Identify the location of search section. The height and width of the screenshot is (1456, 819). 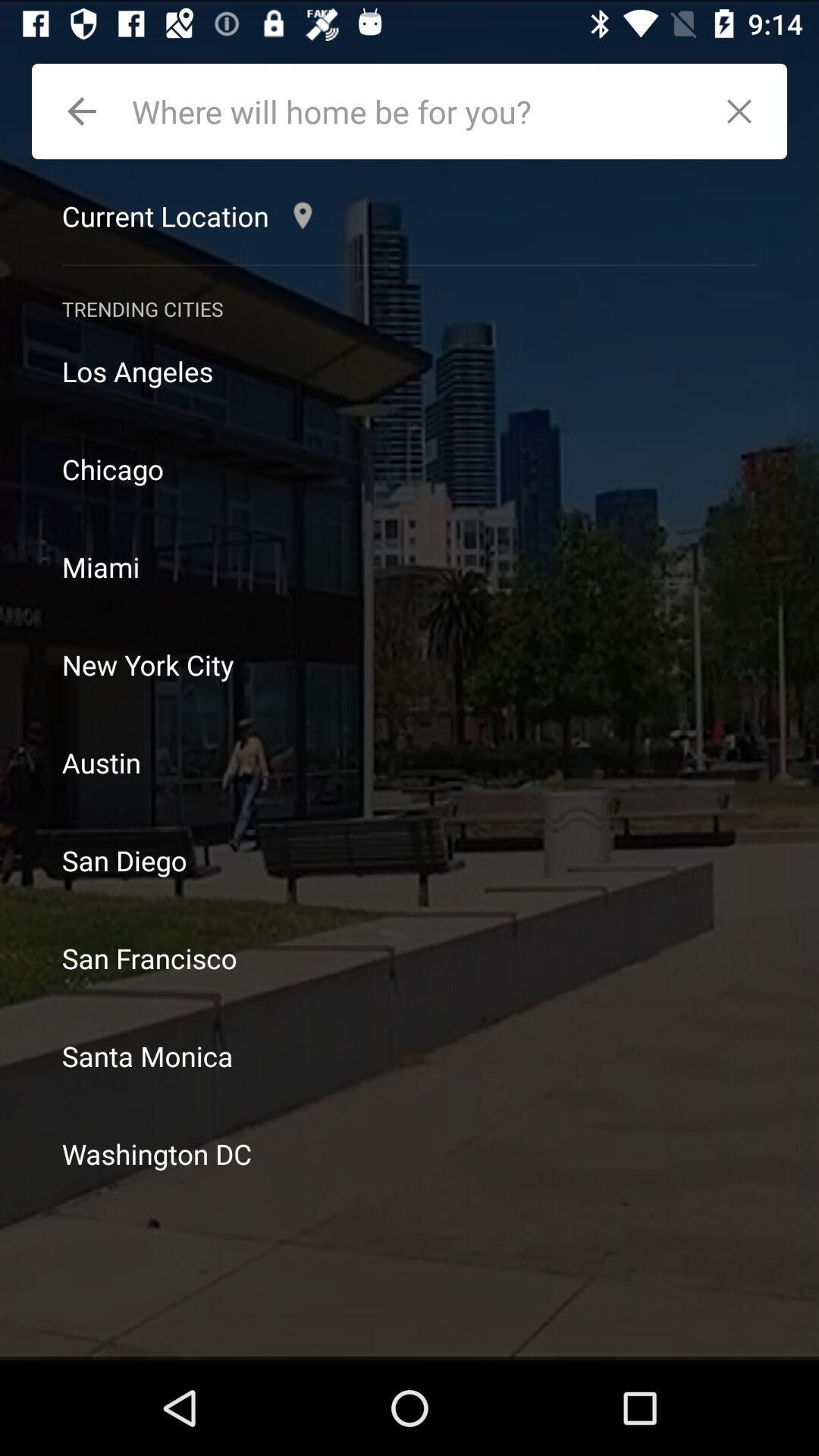
(414, 111).